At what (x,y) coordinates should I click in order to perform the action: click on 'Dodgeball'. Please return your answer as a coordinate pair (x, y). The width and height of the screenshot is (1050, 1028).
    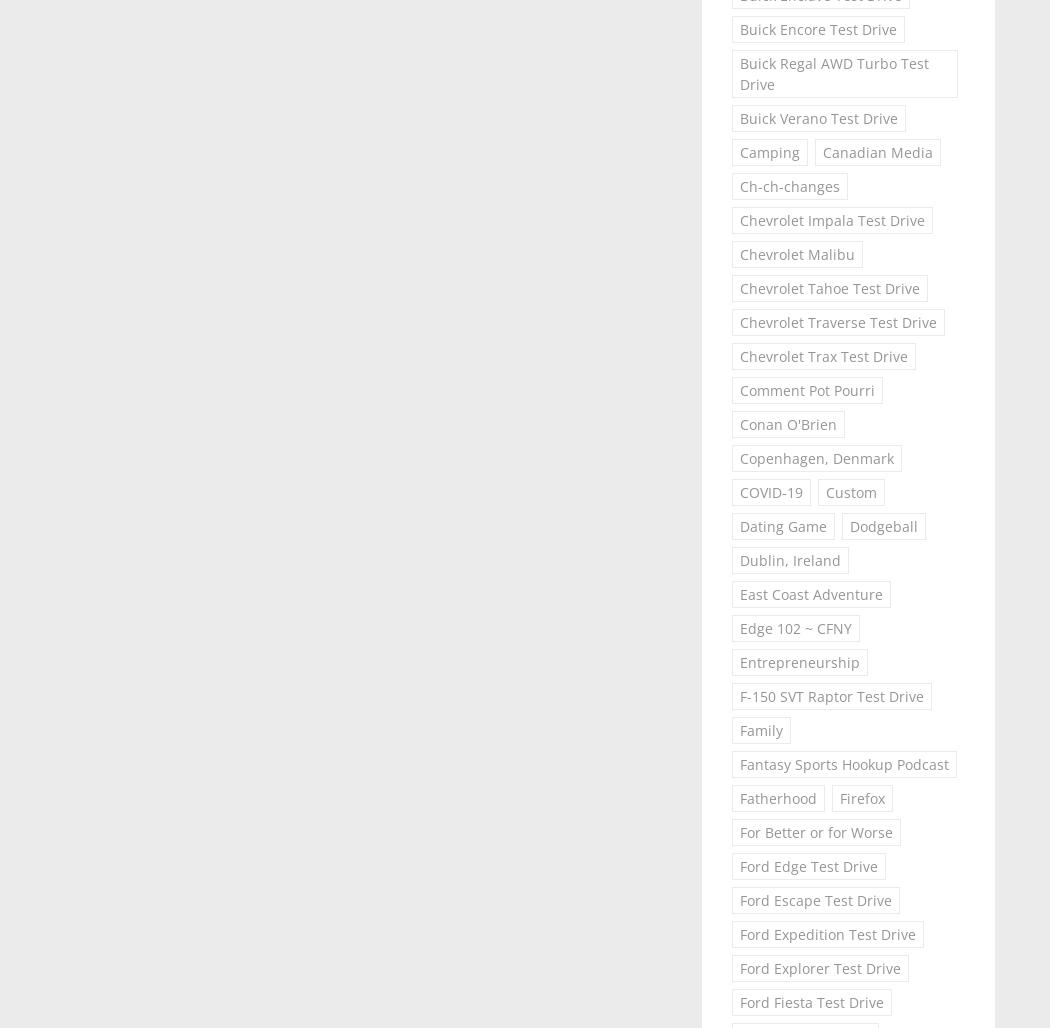
    Looking at the image, I should click on (849, 526).